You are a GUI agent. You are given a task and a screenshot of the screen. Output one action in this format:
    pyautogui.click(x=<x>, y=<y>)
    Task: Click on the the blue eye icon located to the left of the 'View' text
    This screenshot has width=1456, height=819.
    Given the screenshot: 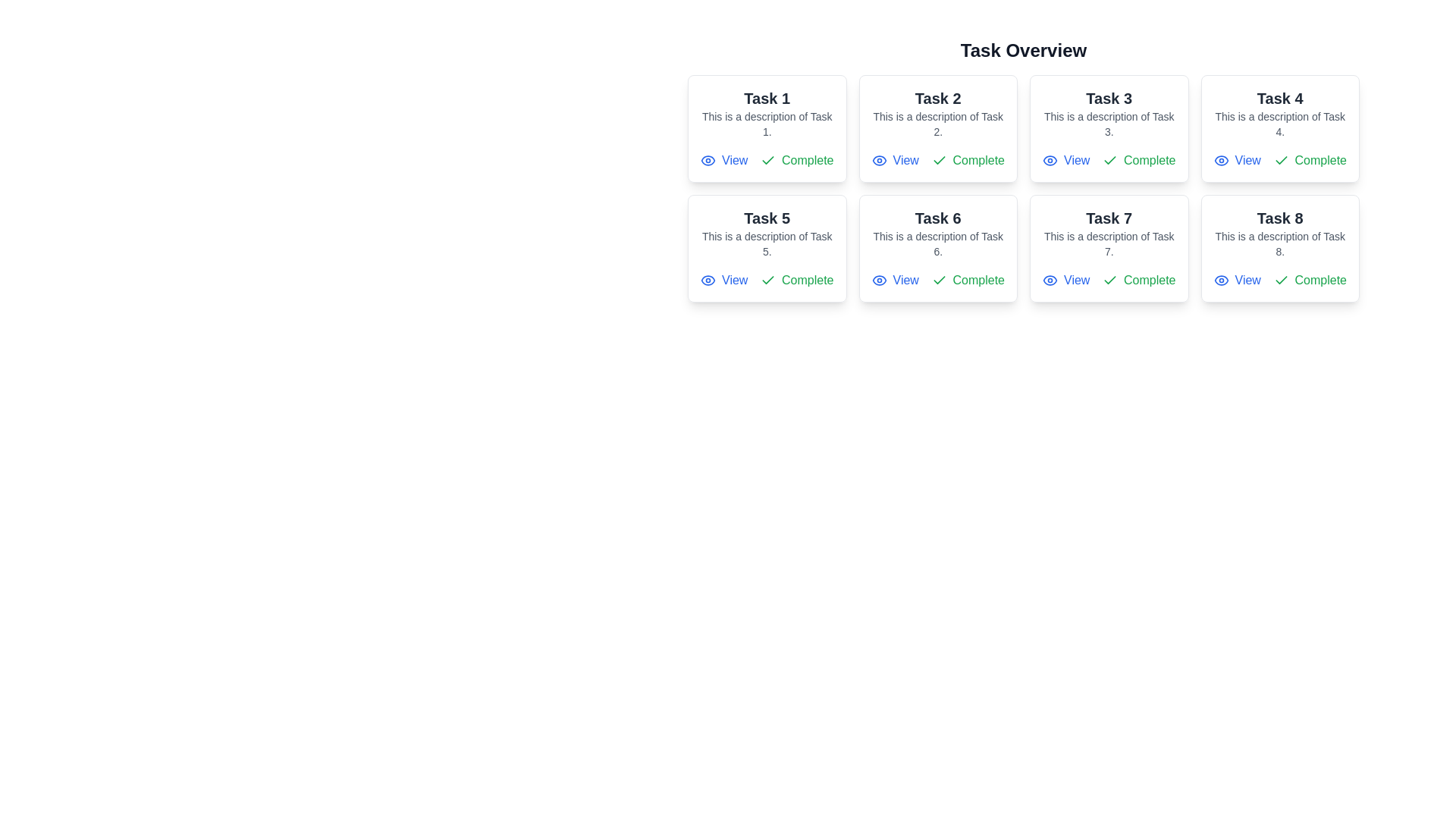 What is the action you would take?
    pyautogui.click(x=879, y=281)
    